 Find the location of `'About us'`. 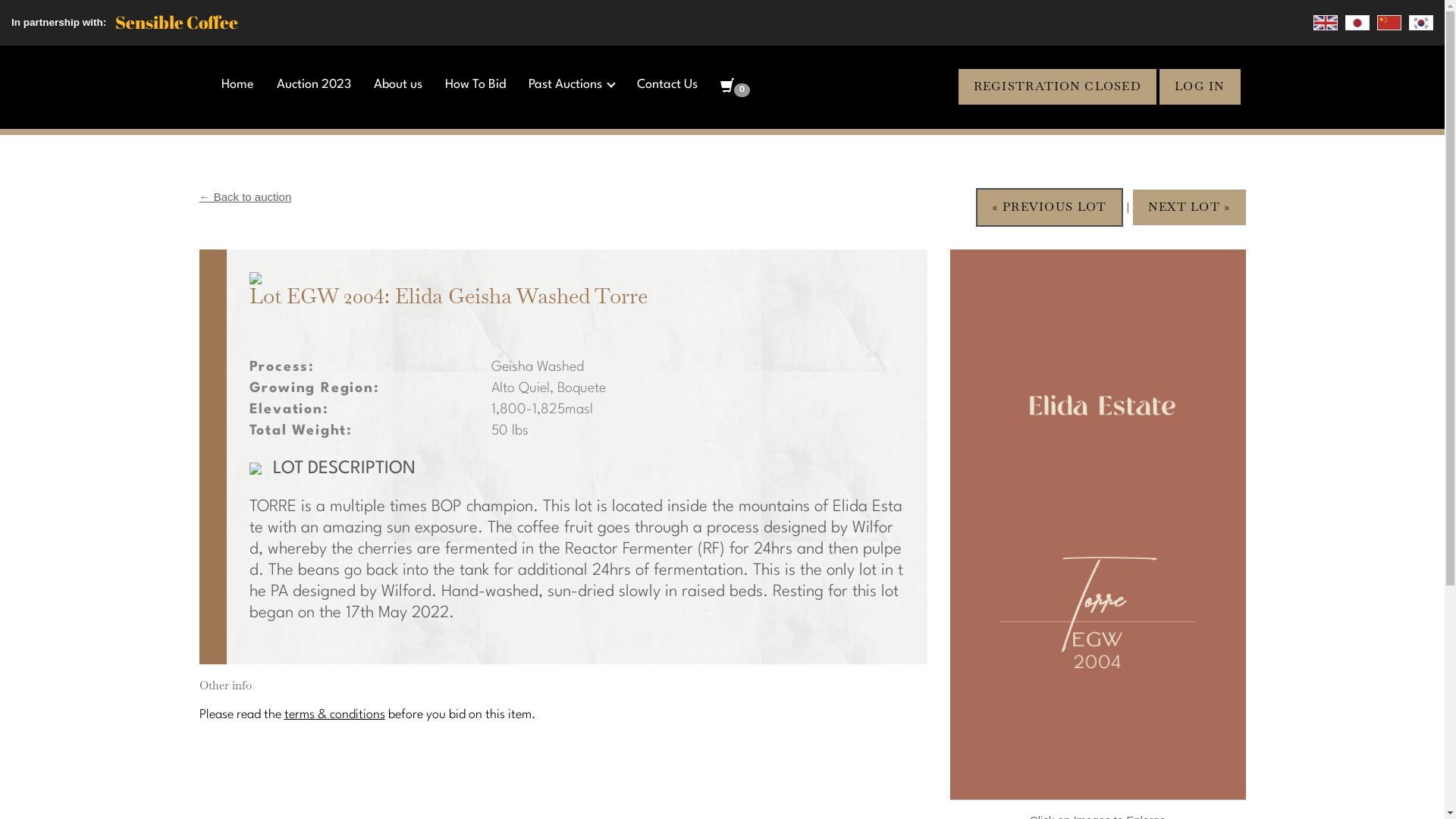

'About us' is located at coordinates (374, 84).